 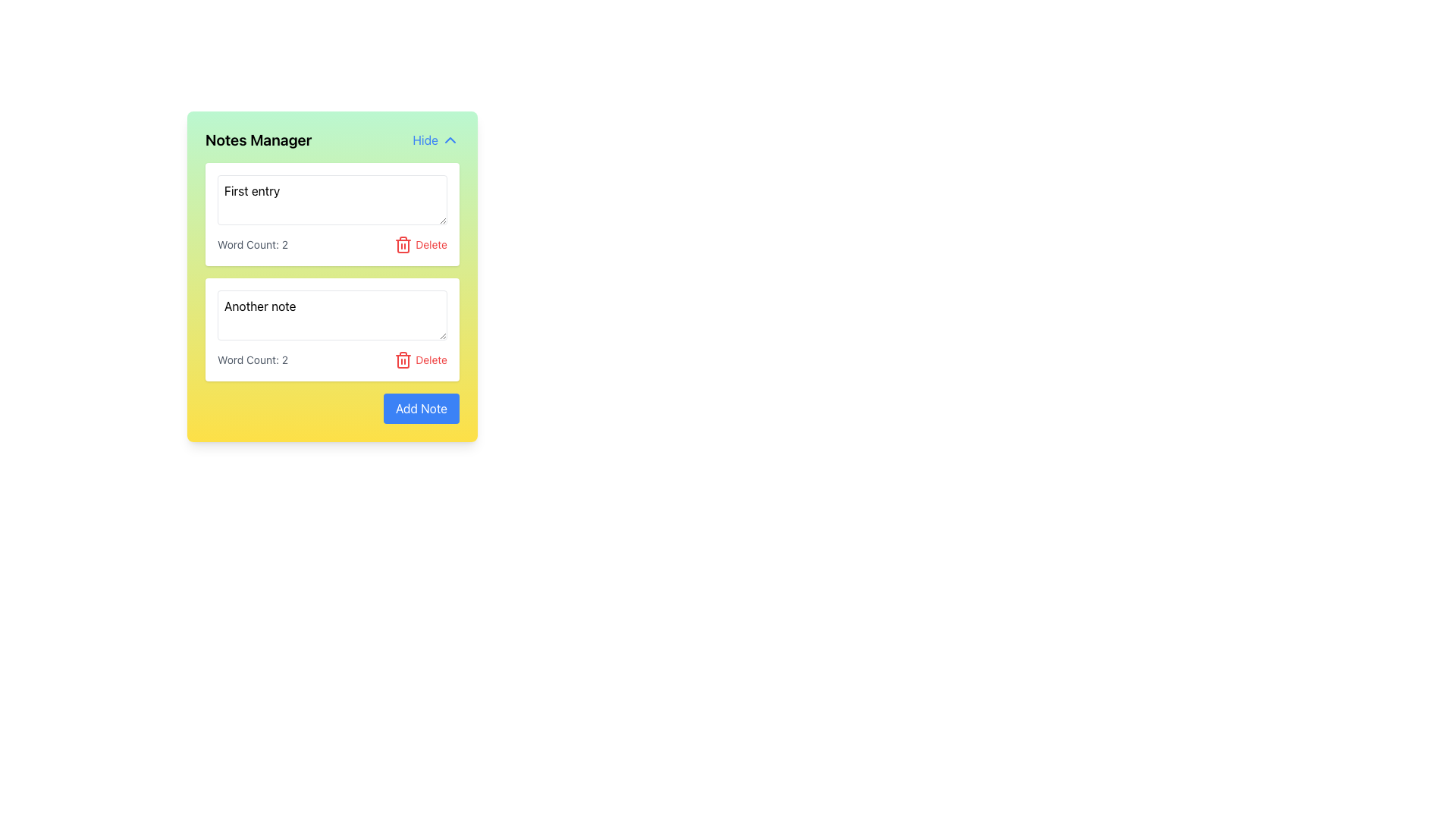 I want to click on the Chevron Up SVG icon located to the immediate right of the 'Hide' text, so click(x=450, y=140).